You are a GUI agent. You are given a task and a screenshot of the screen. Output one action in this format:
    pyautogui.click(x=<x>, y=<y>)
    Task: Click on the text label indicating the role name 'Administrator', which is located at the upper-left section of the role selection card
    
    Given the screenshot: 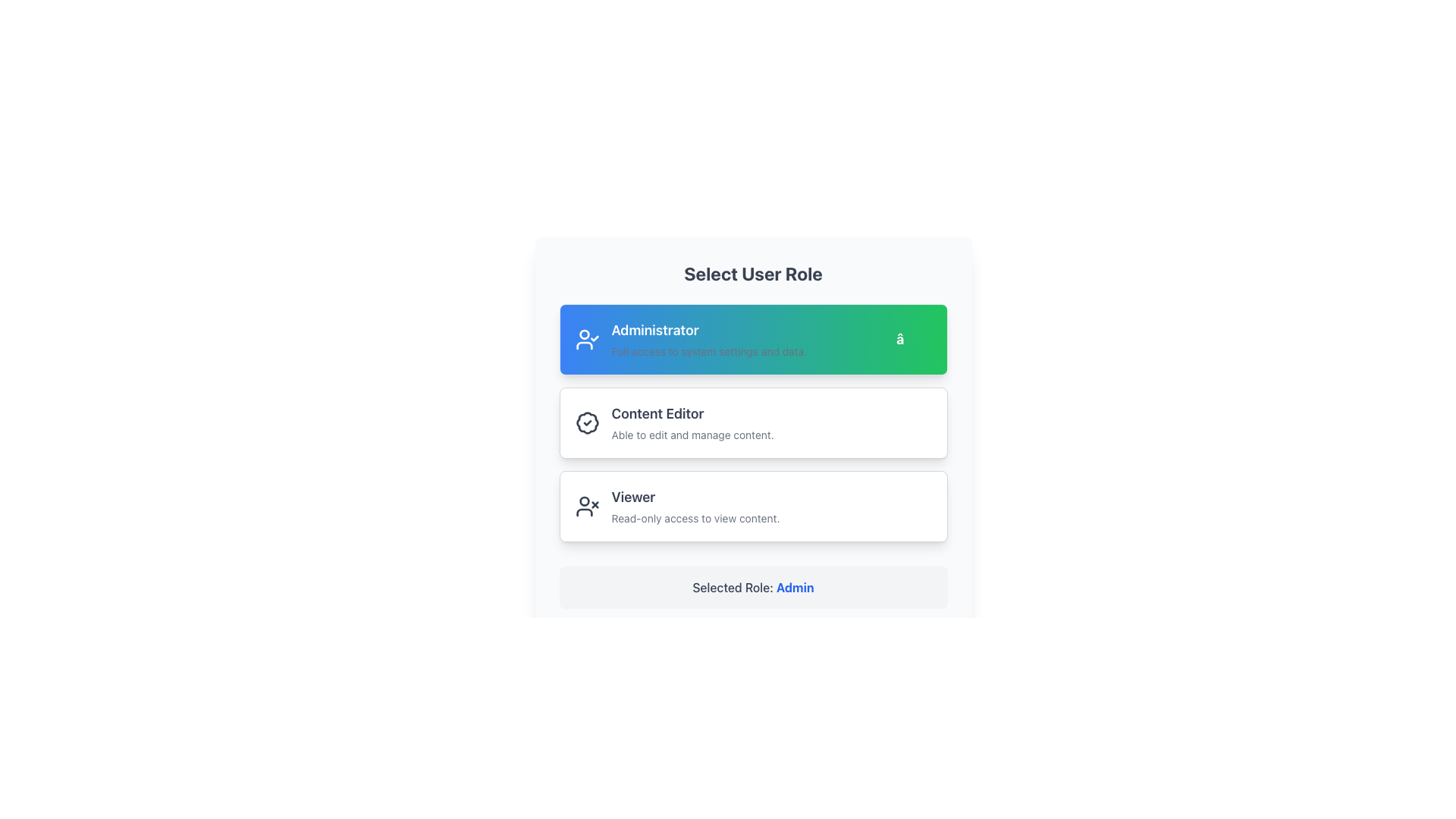 What is the action you would take?
    pyautogui.click(x=655, y=329)
    